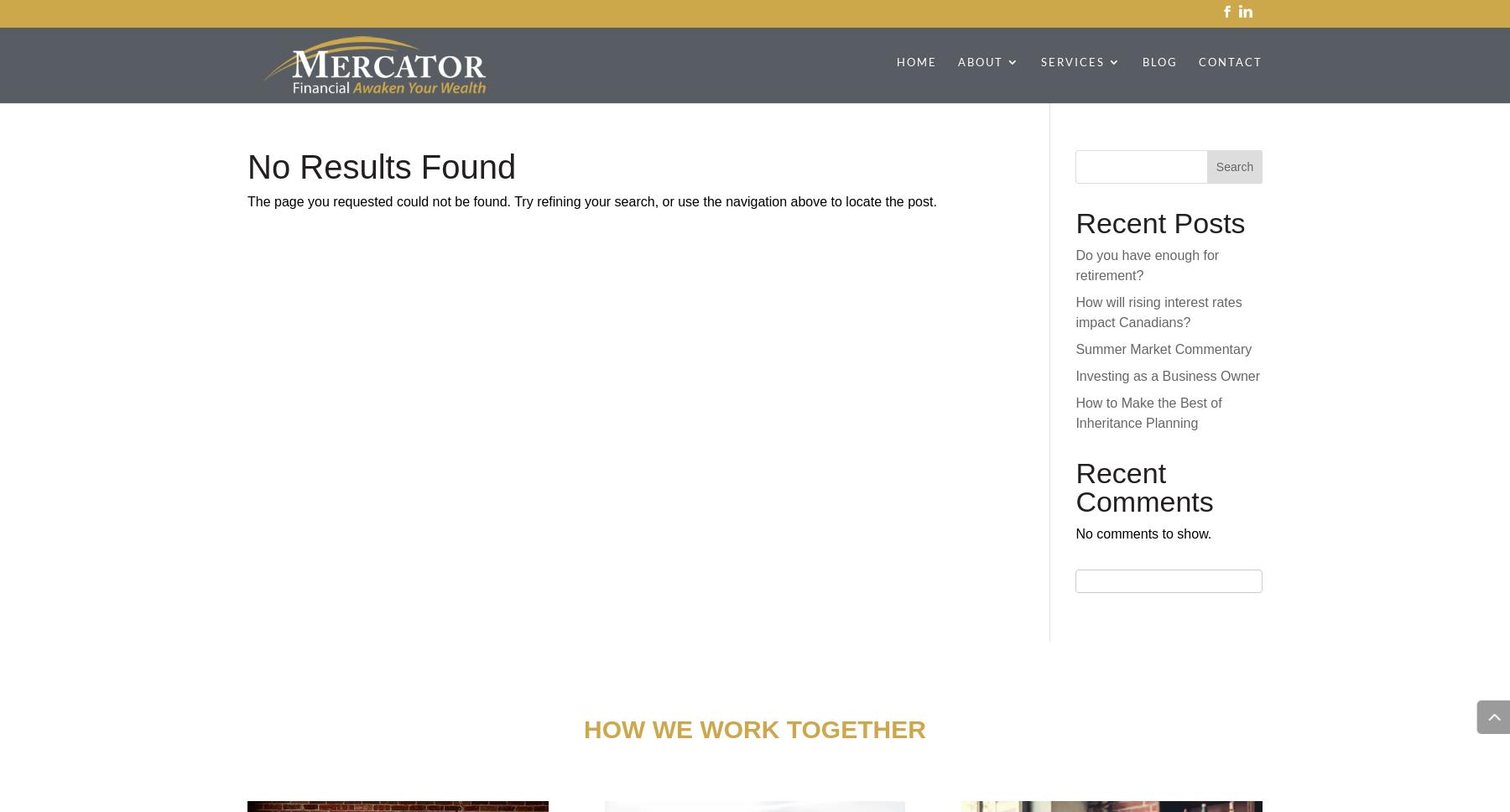  I want to click on 'Wendy Zanidean', so click(1044, 607).